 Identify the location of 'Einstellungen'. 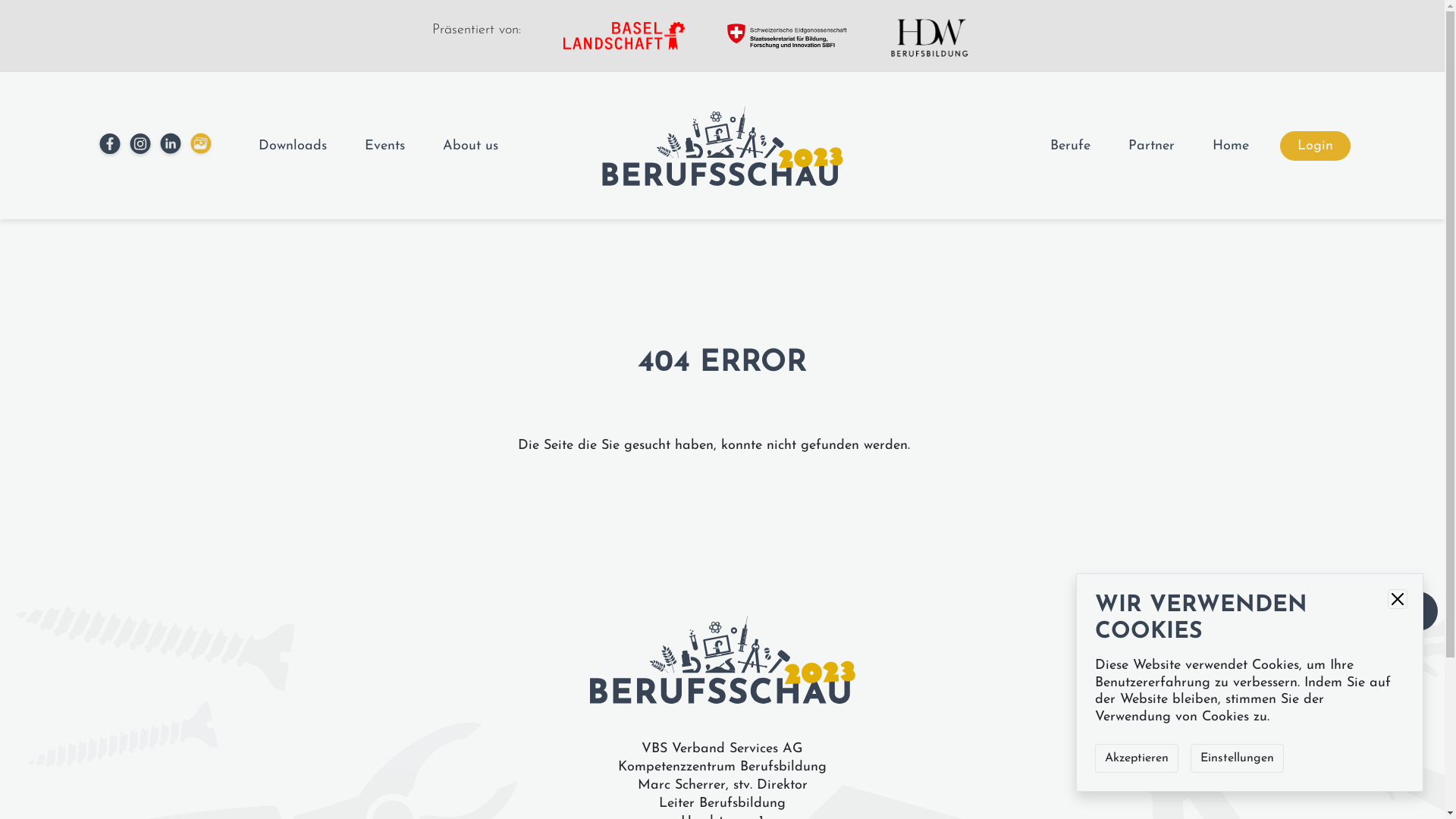
(1237, 758).